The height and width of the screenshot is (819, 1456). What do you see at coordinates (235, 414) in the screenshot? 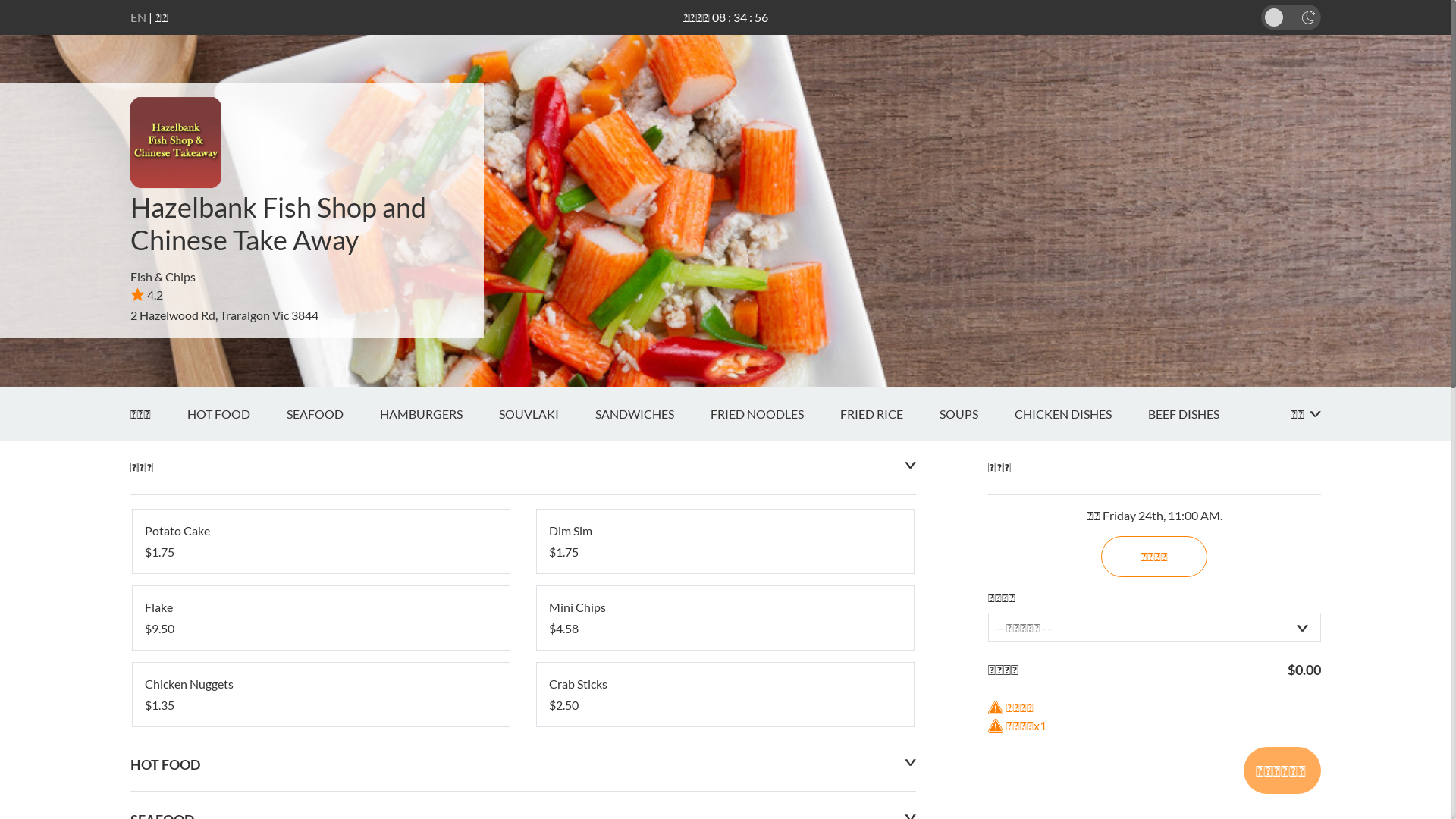
I see `'HOT FOOD'` at bounding box center [235, 414].